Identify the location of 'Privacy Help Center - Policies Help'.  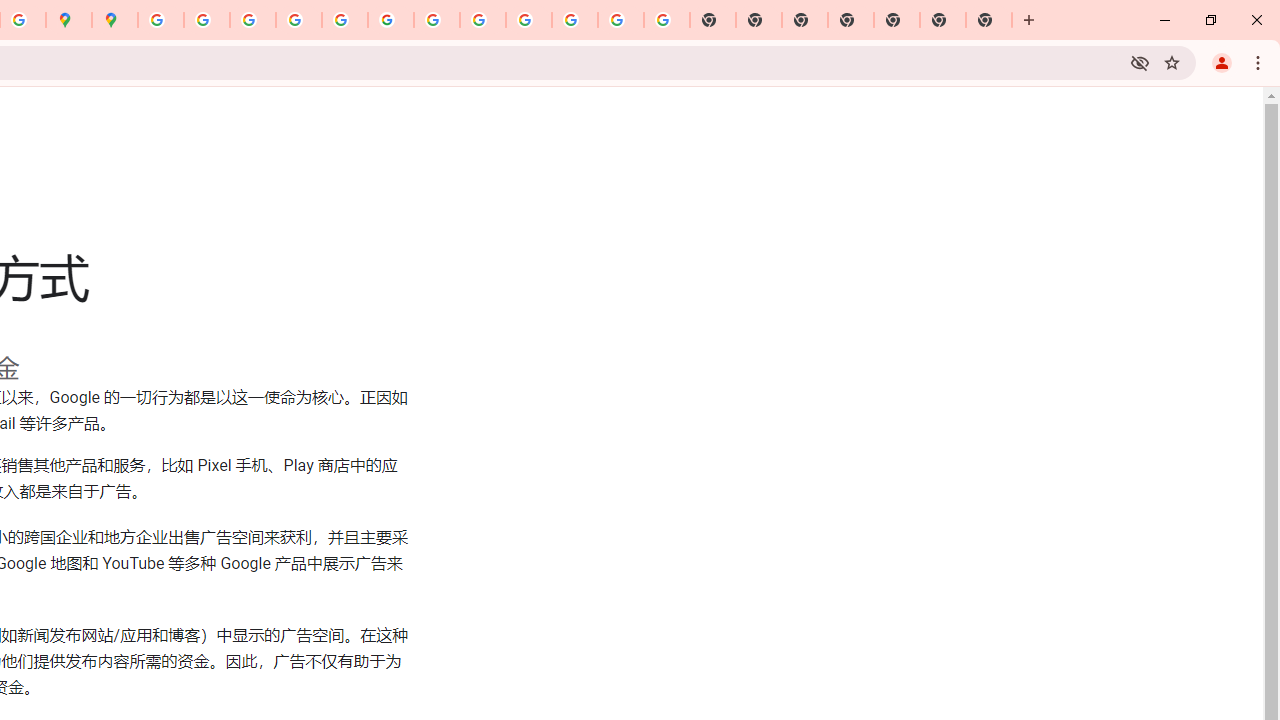
(252, 20).